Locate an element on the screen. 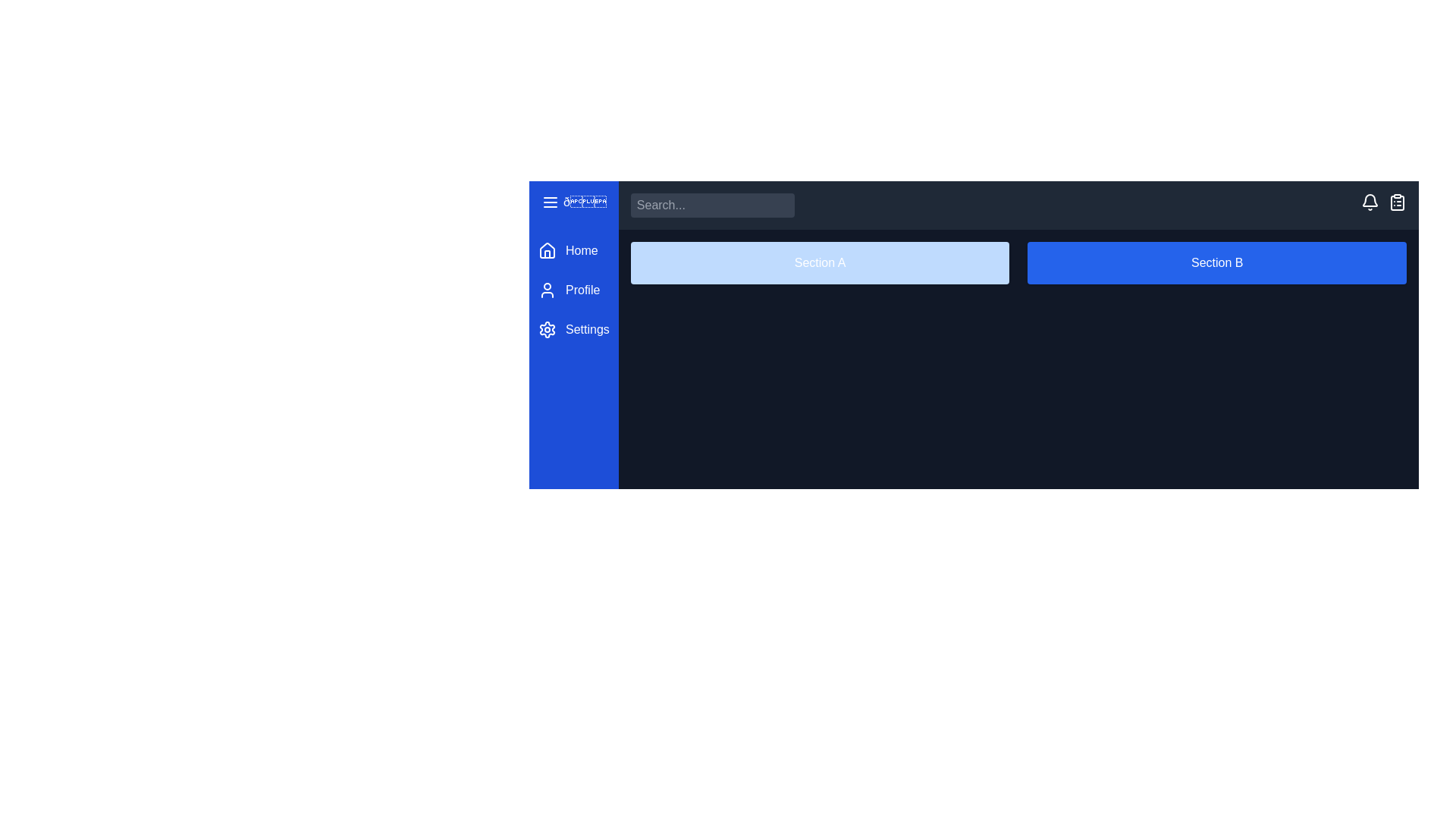 This screenshot has height=819, width=1456. the bell icon located at the top-right corner of the interface is located at coordinates (1370, 201).